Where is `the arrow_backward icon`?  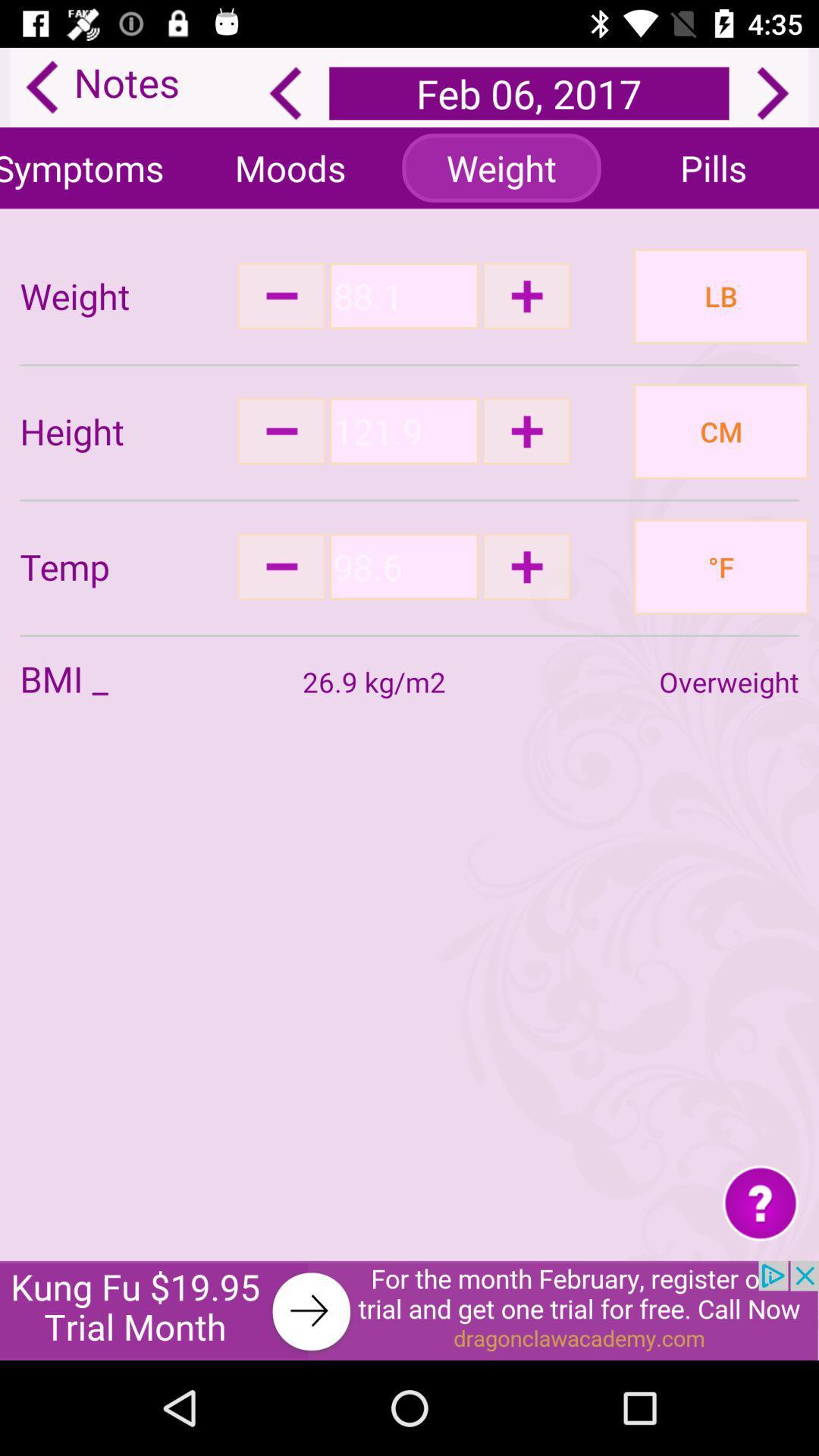
the arrow_backward icon is located at coordinates (285, 93).